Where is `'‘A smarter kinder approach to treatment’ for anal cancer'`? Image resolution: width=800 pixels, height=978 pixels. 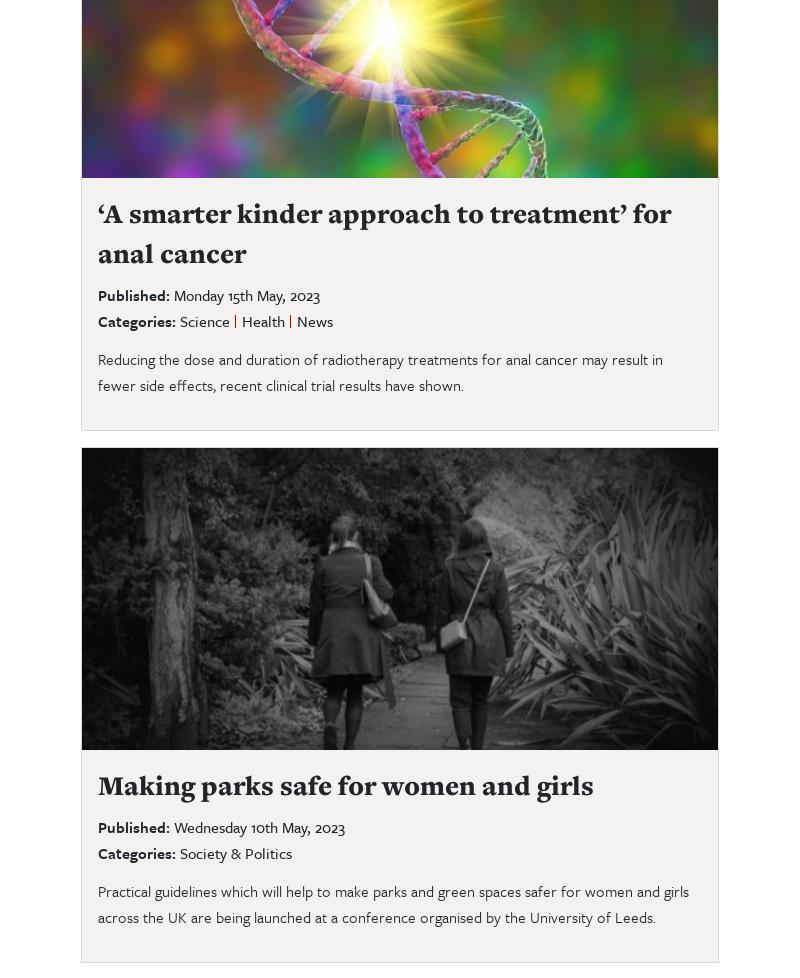
'‘A smarter kinder approach to treatment’ for anal cancer' is located at coordinates (98, 232).